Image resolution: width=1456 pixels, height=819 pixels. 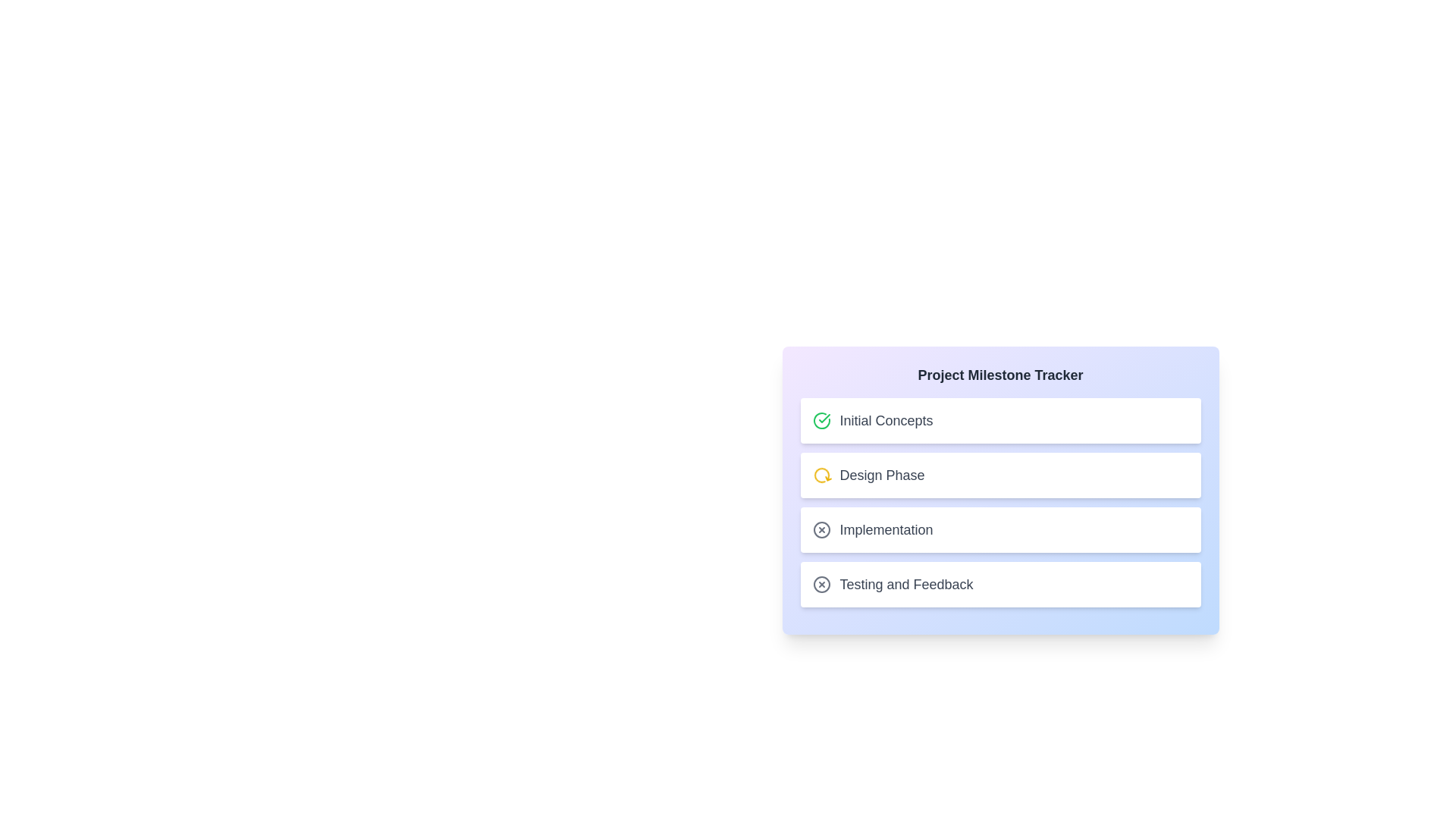 What do you see at coordinates (868, 475) in the screenshot?
I see `the 'Design Phase' milestone indicator` at bounding box center [868, 475].